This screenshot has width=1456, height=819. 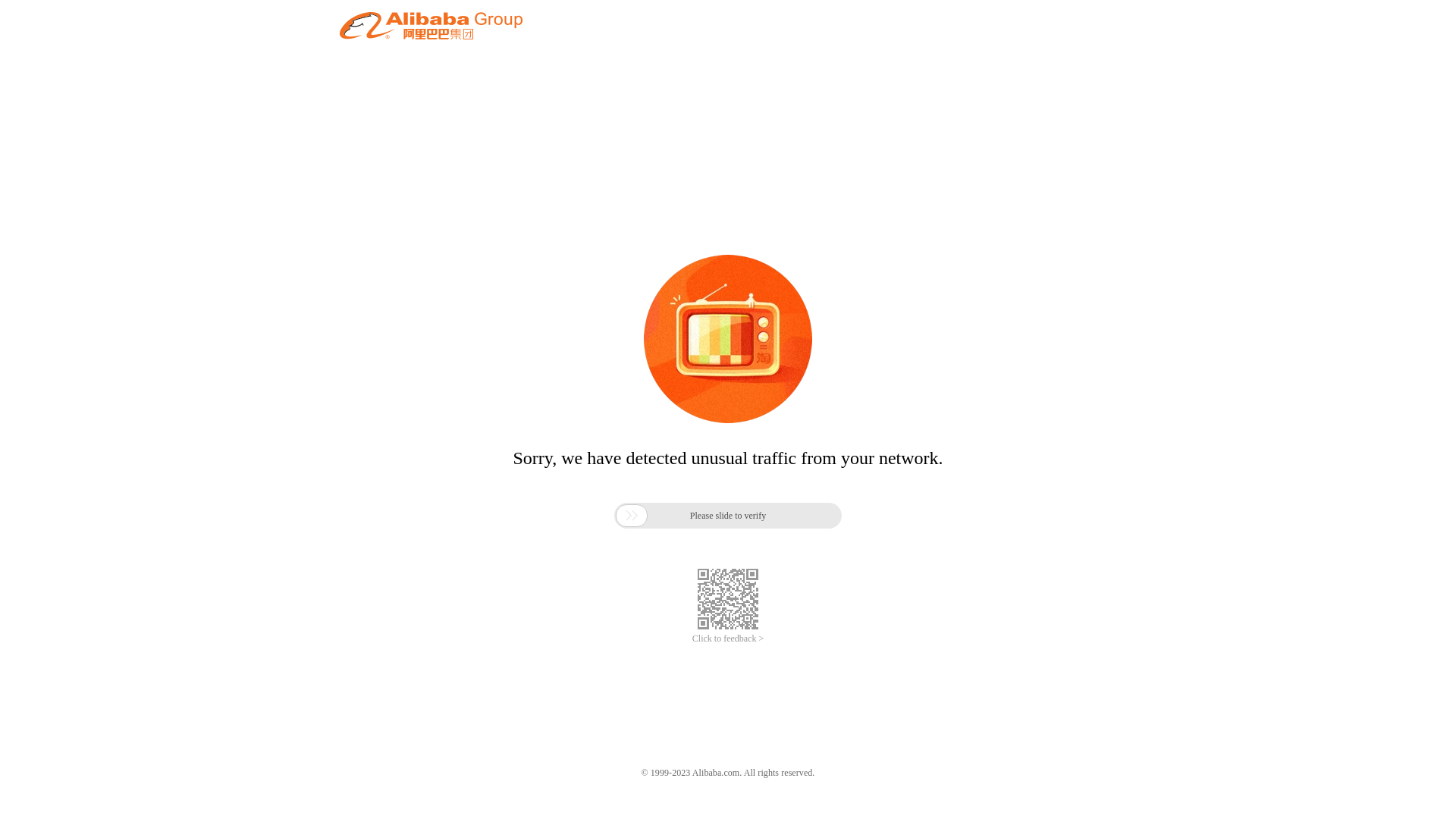 I want to click on 'Click to feedback >', so click(x=728, y=639).